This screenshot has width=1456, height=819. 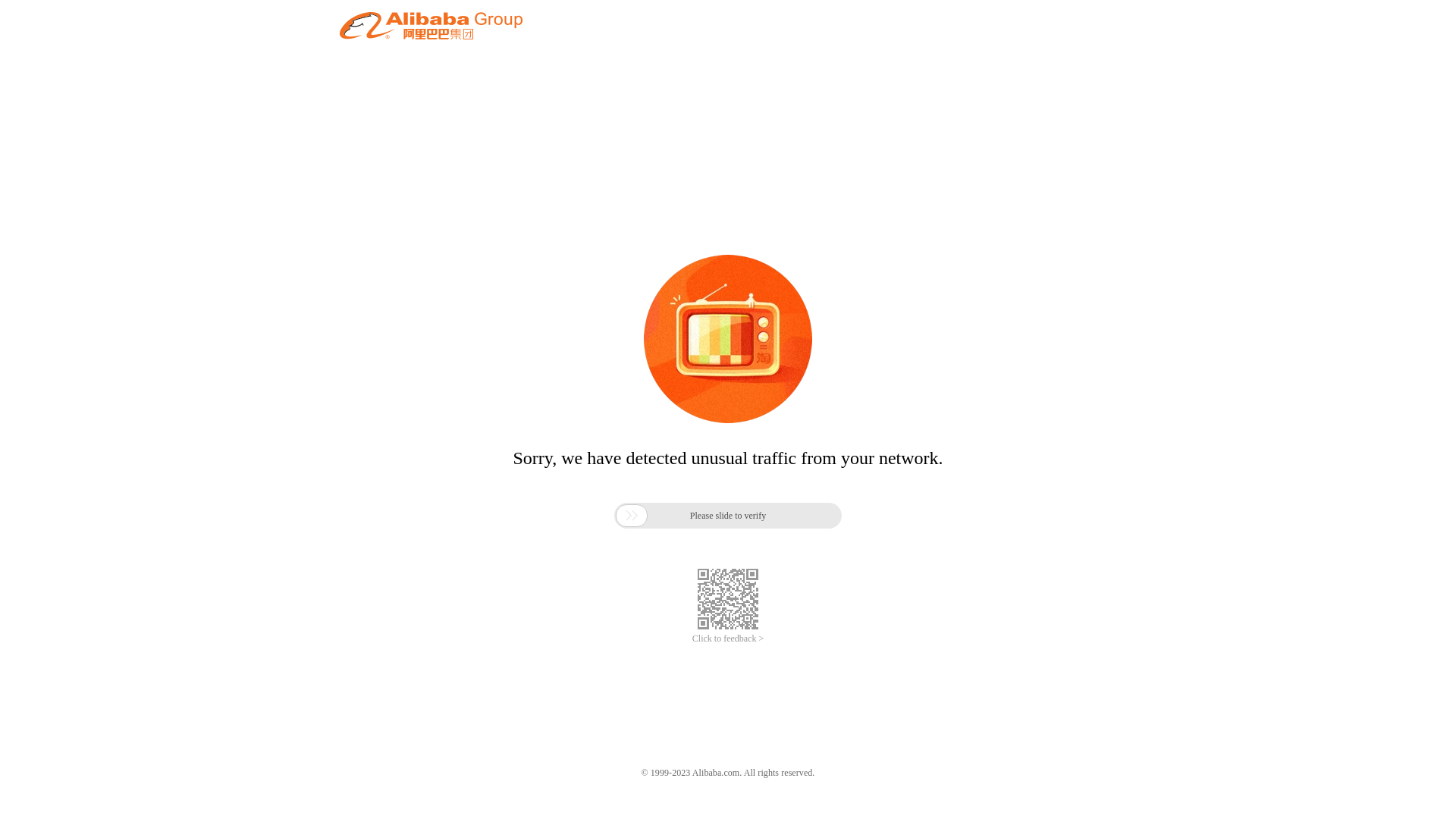 I want to click on 'Click to feedback >', so click(x=728, y=639).